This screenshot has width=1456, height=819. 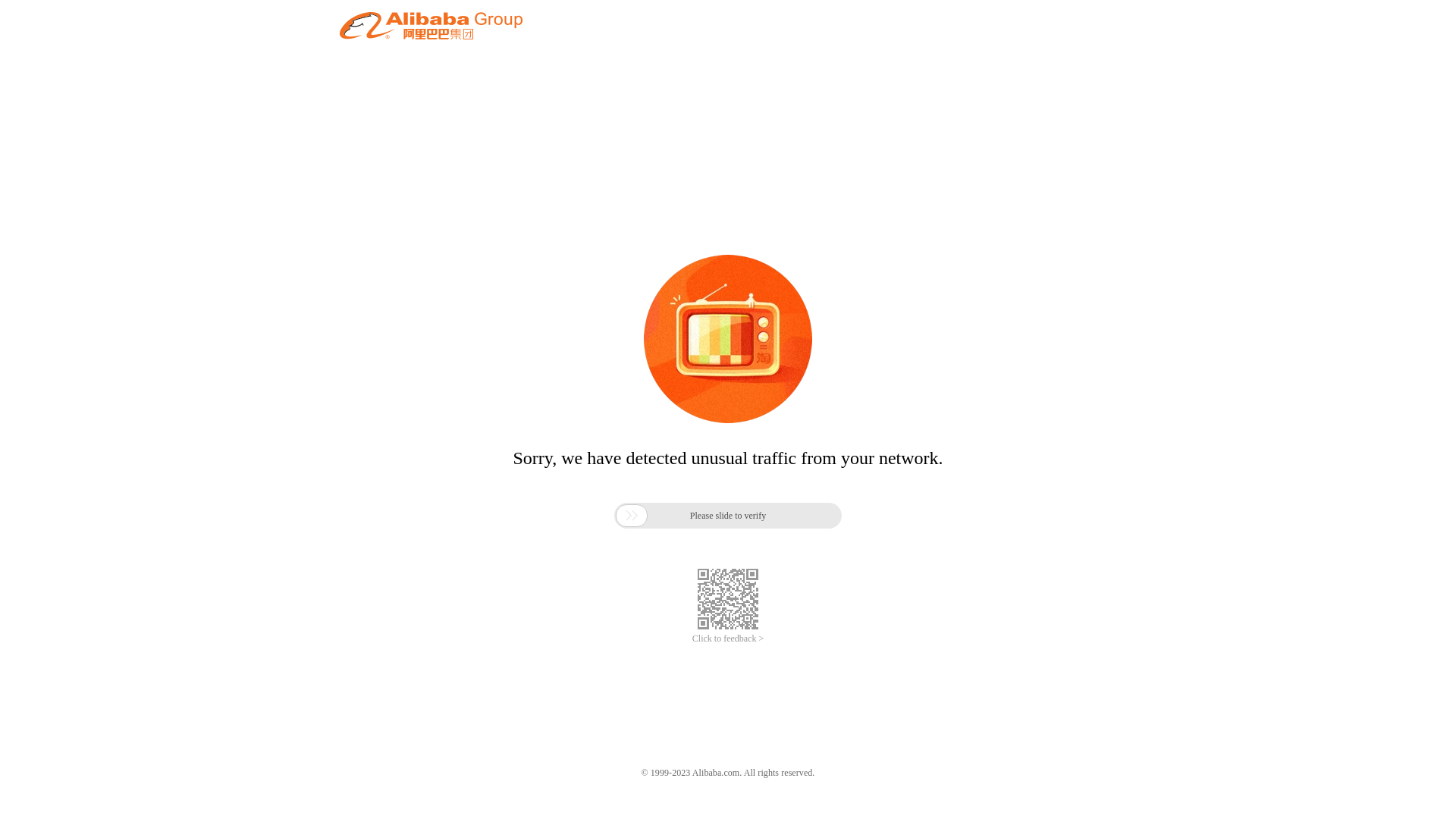 I want to click on 'Click to feedback >', so click(x=728, y=639).